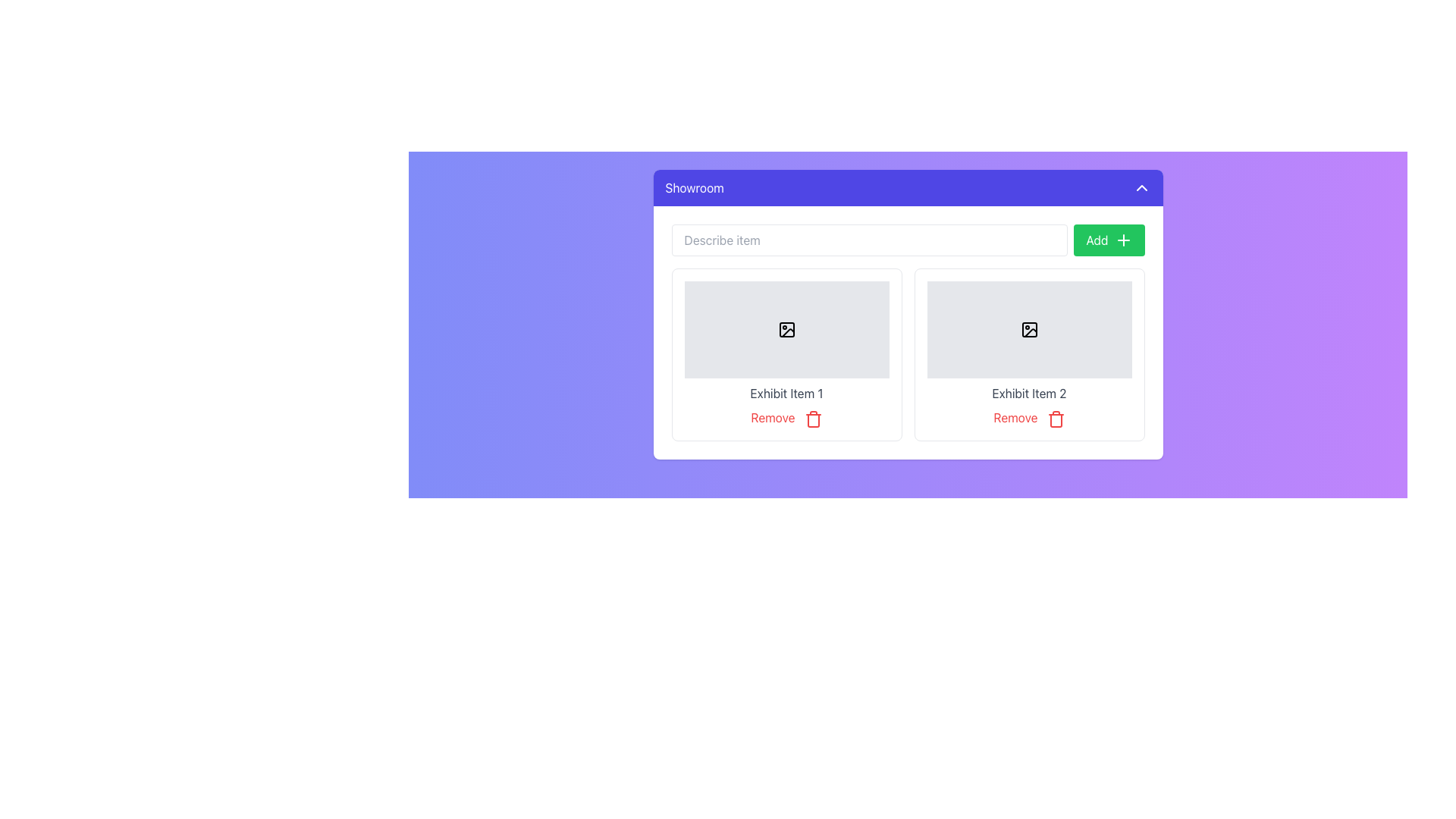  I want to click on the outline of the icon within the 'Exhibit Item 1' card, which is centrally located in the card area, so click(786, 329).